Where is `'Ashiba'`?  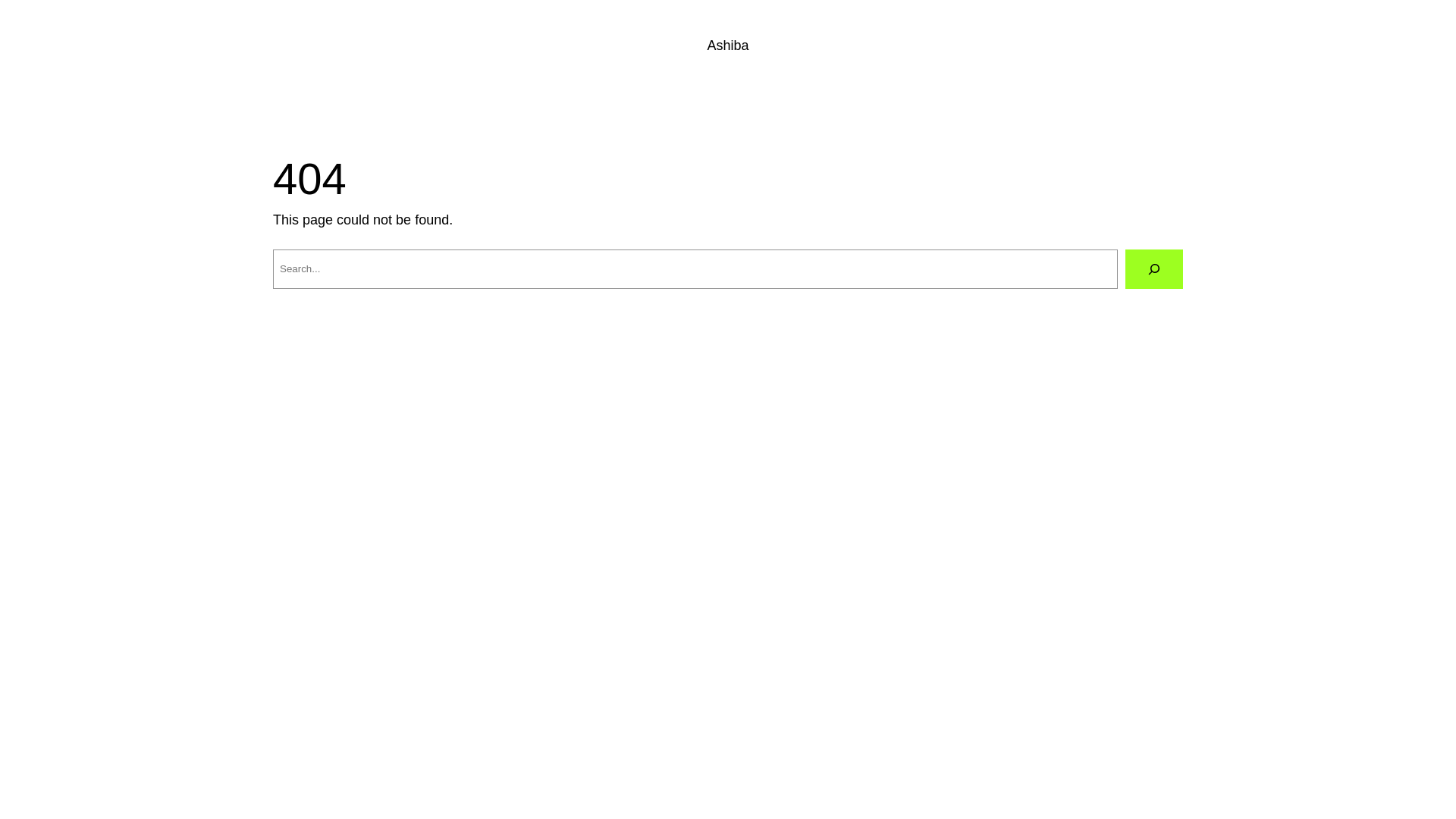 'Ashiba' is located at coordinates (726, 45).